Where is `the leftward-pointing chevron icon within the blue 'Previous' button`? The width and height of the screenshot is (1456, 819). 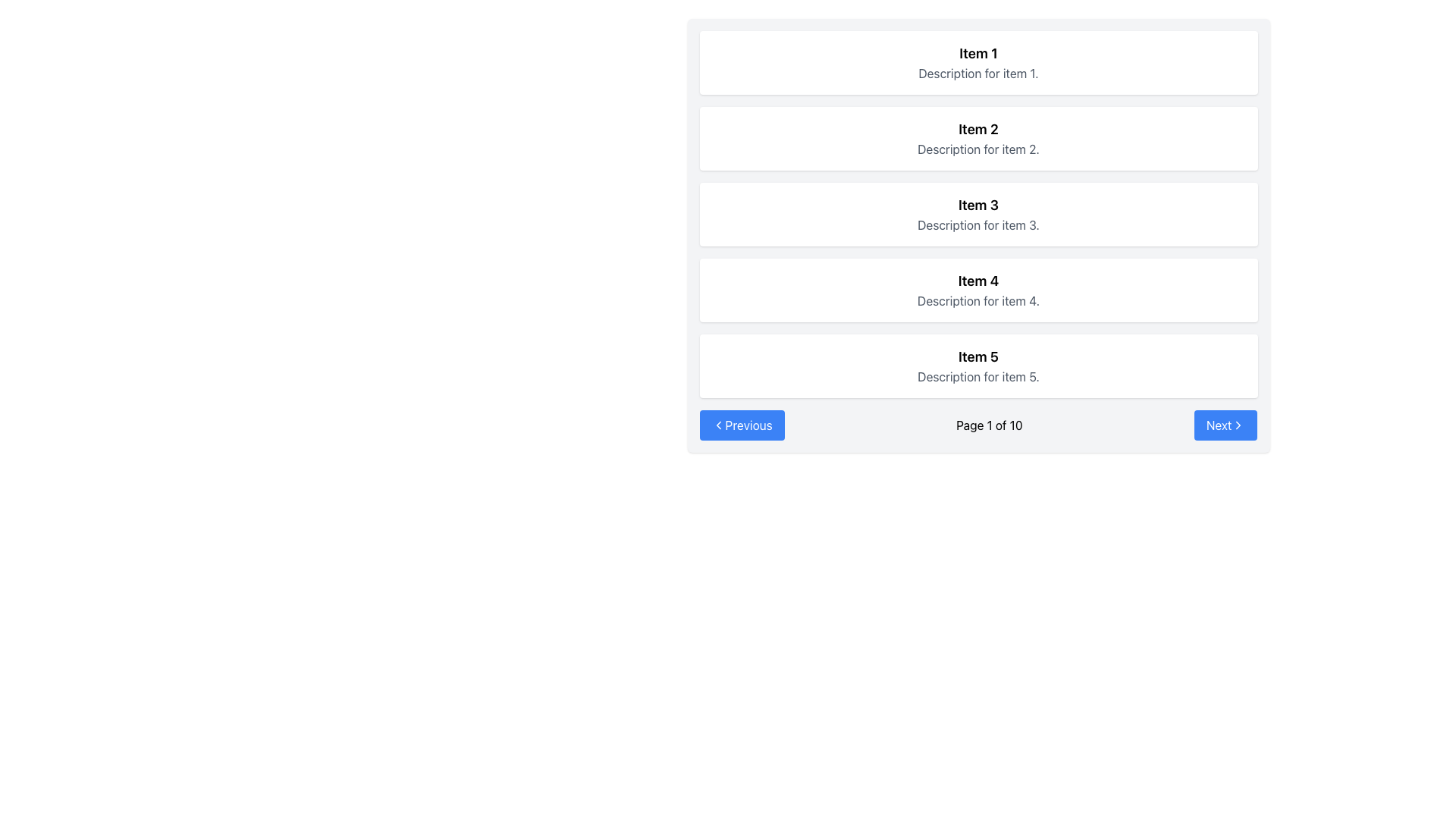
the leftward-pointing chevron icon within the blue 'Previous' button is located at coordinates (717, 425).